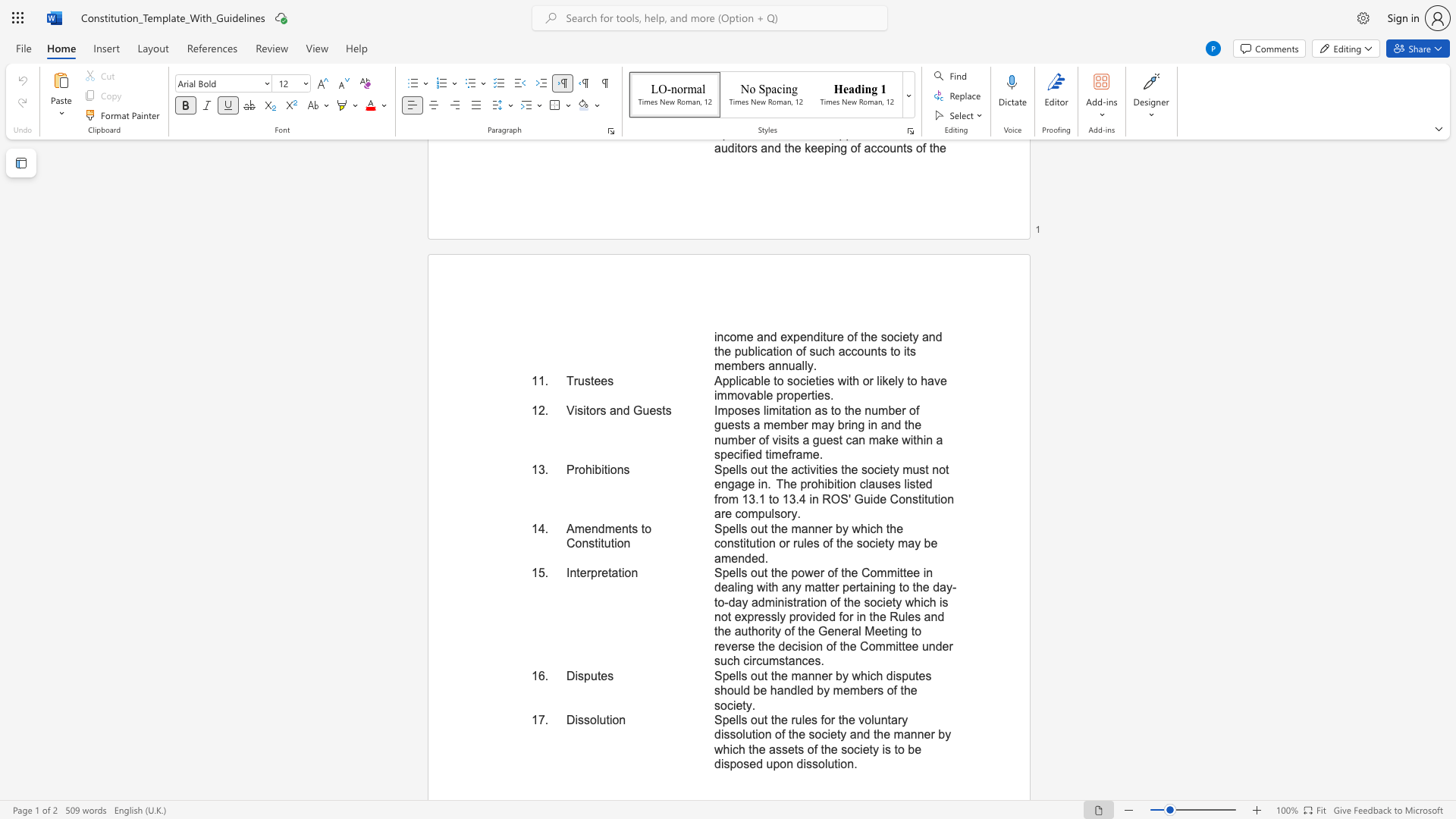  I want to click on the subset text "Amendments to" within the text "Amendments to Constitution", so click(566, 528).